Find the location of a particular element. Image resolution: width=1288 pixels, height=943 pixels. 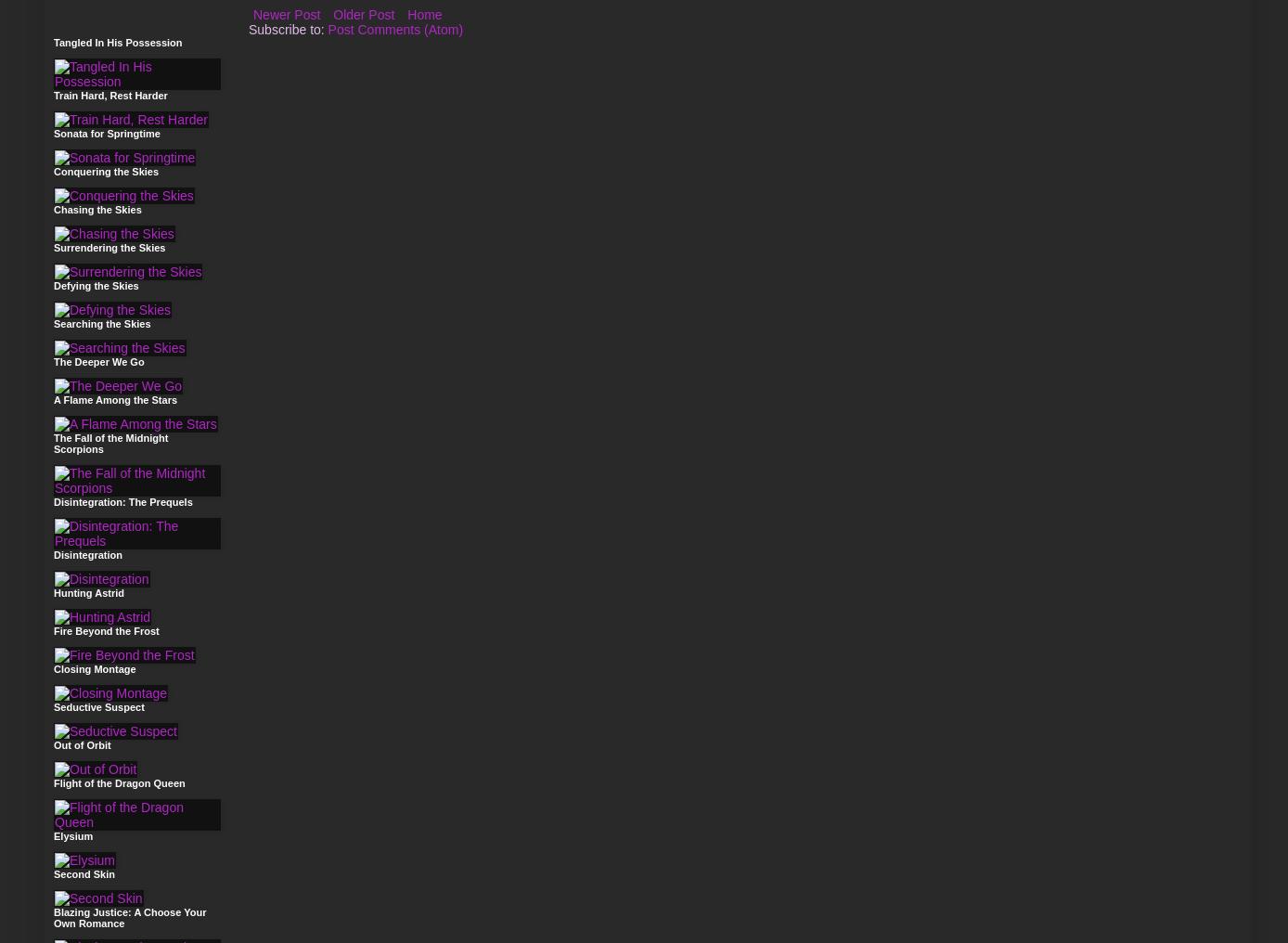

'Post Comments (Atom)' is located at coordinates (393, 29).